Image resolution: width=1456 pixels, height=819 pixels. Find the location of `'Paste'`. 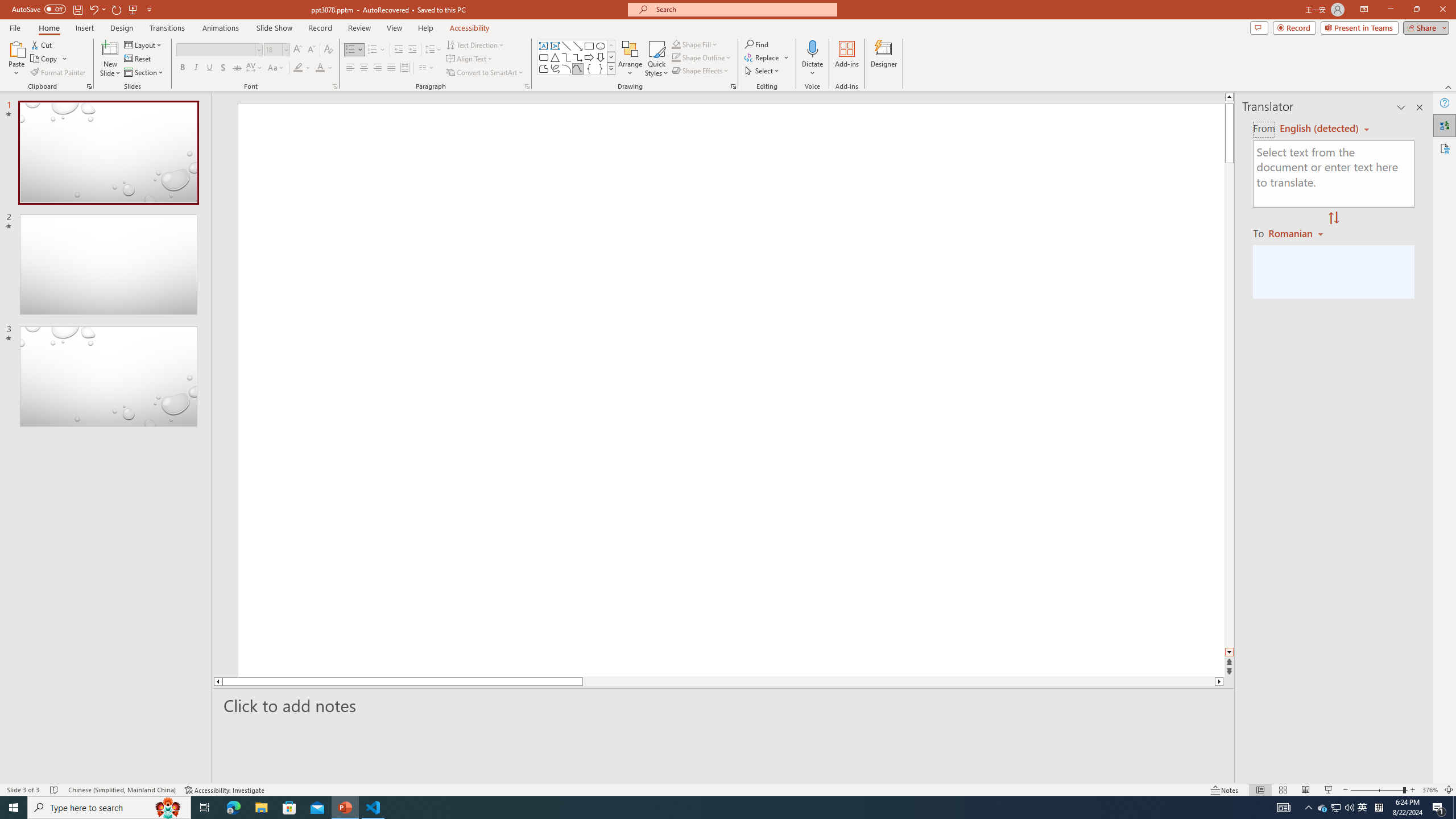

'Paste' is located at coordinates (16, 48).